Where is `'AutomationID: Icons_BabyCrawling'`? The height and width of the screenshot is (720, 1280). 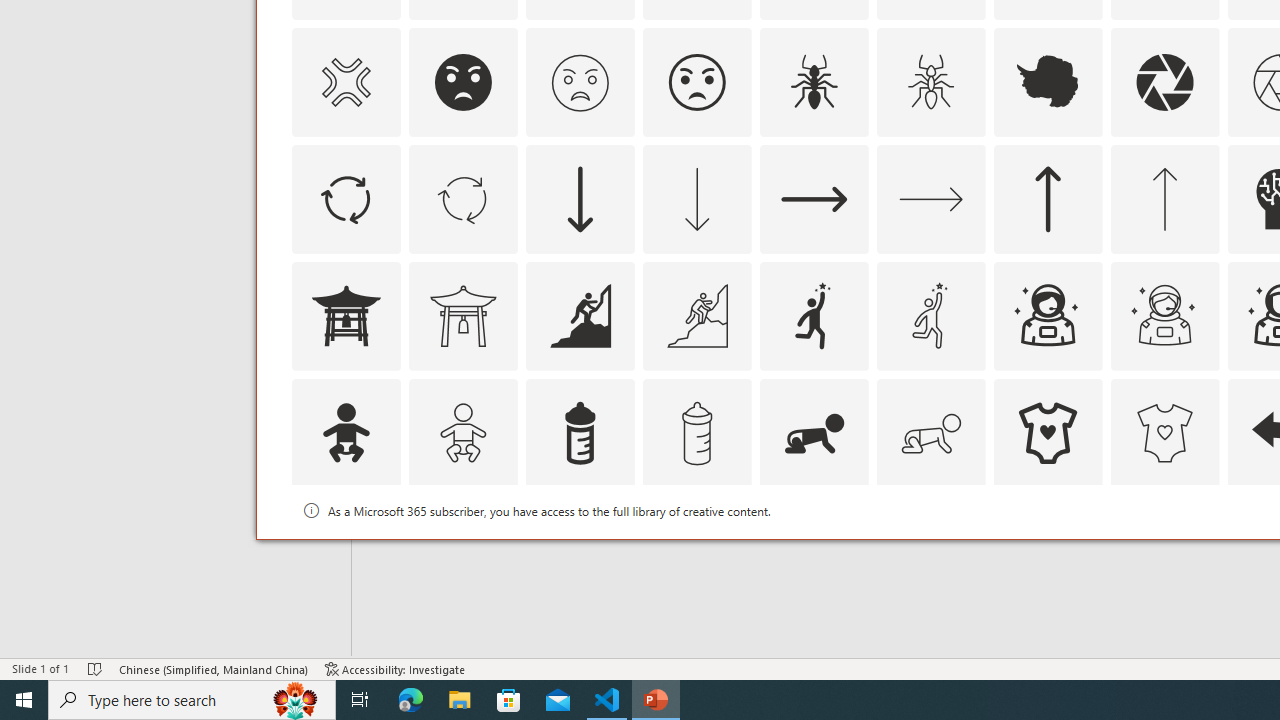 'AutomationID: Icons_BabyCrawling' is located at coordinates (814, 431).